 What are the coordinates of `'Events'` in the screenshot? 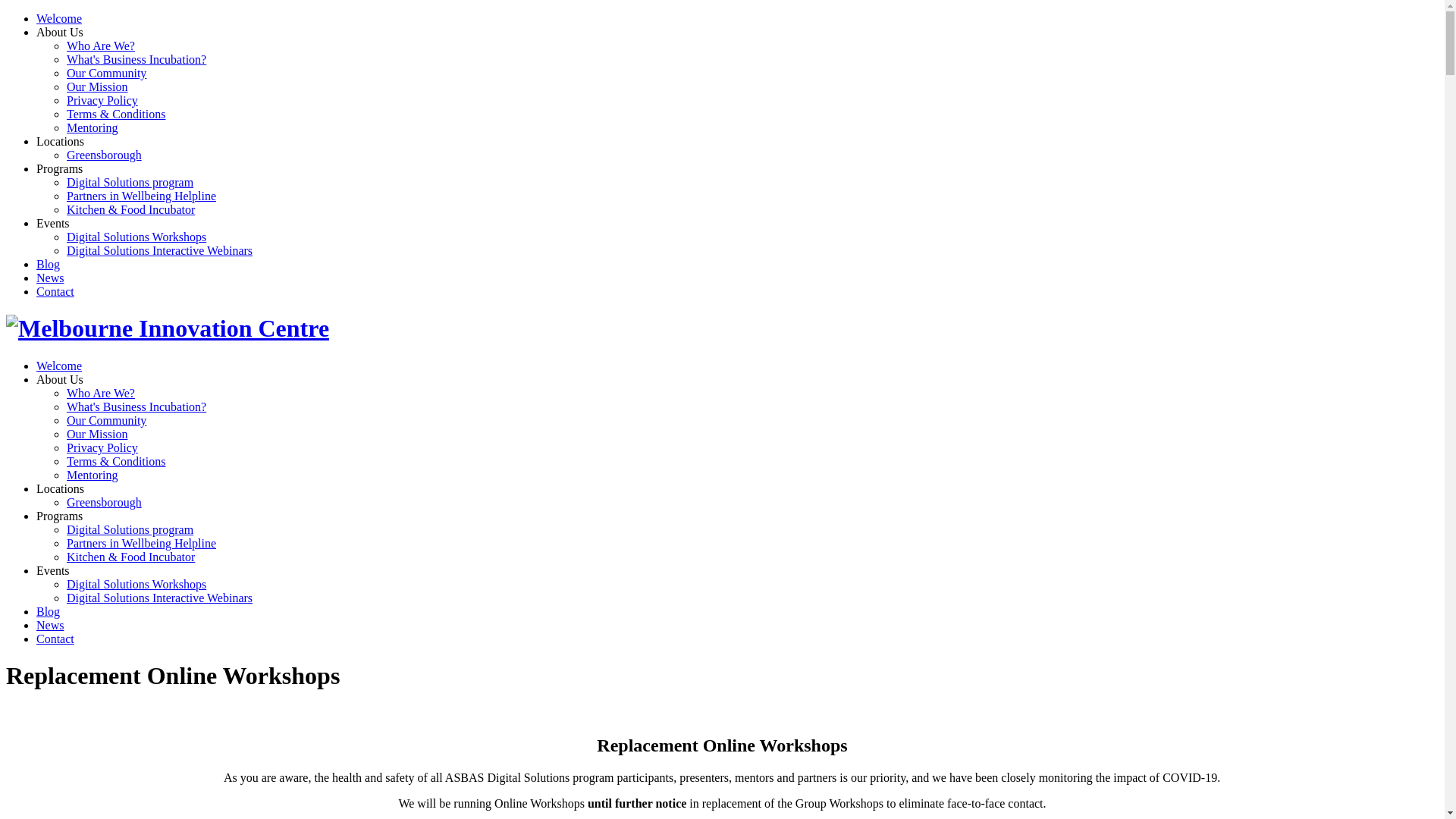 It's located at (36, 570).